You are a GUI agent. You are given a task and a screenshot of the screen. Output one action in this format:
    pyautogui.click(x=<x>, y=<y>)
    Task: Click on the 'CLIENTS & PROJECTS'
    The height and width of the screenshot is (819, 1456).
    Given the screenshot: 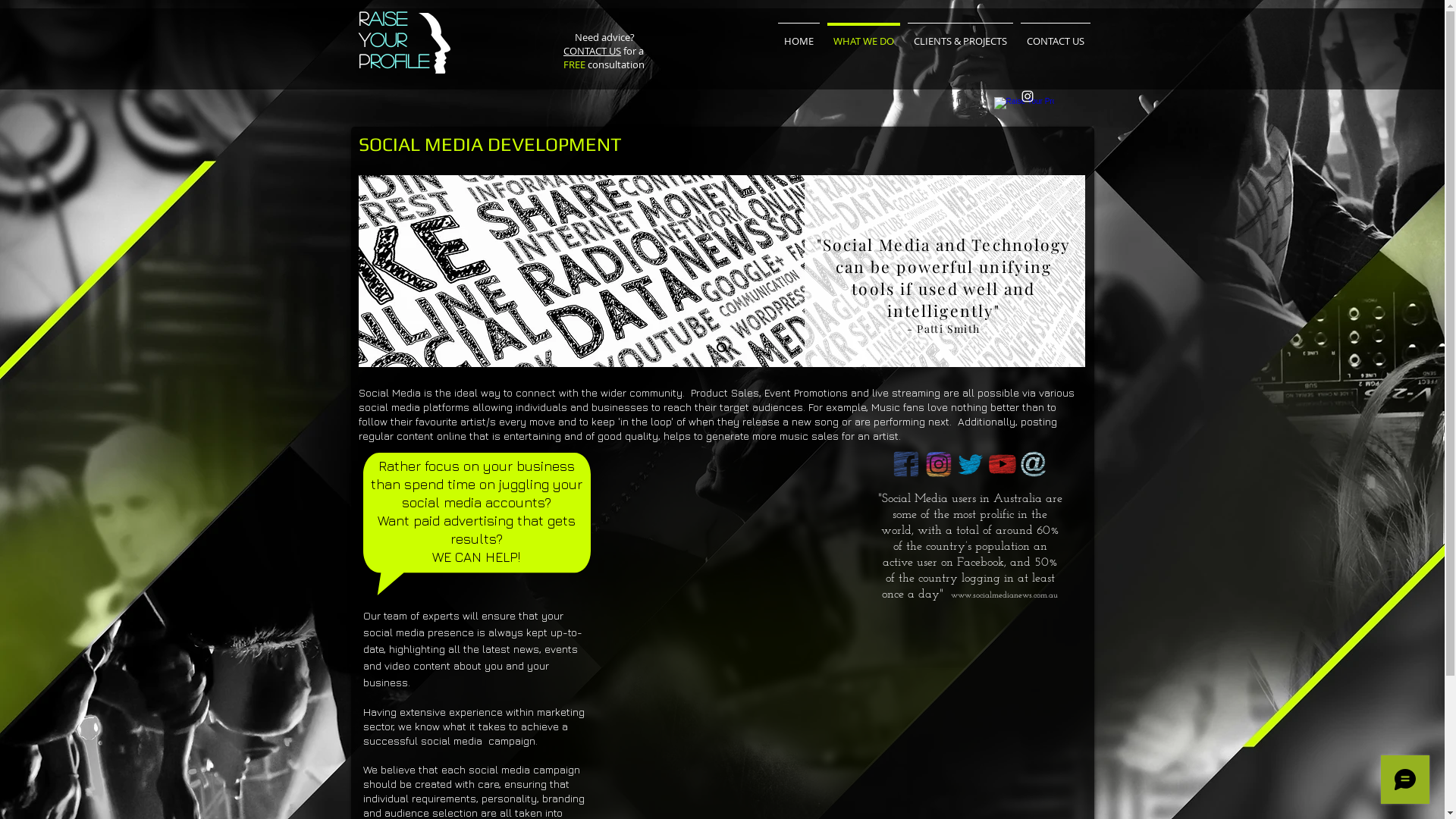 What is the action you would take?
    pyautogui.click(x=959, y=34)
    